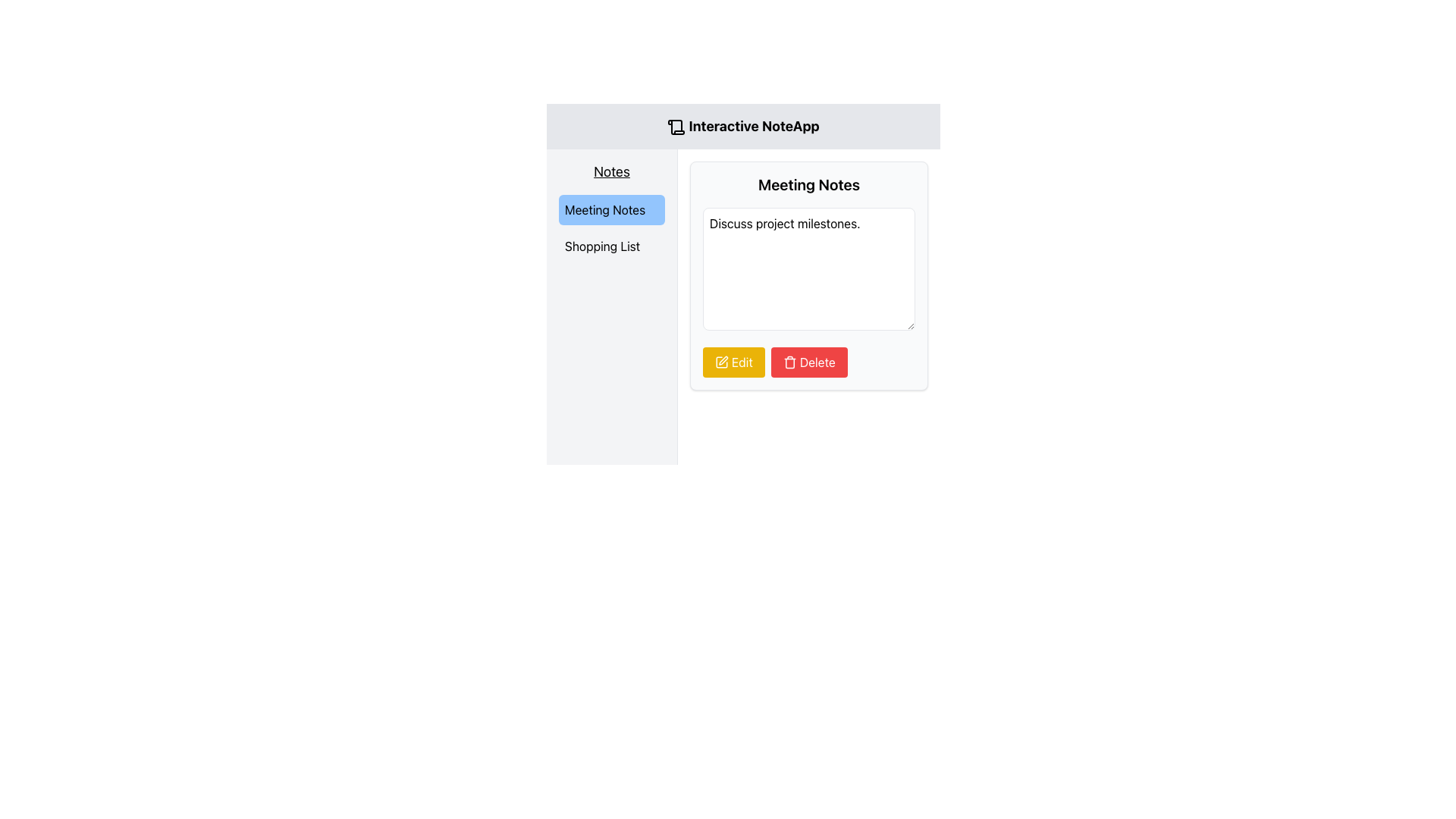 Image resolution: width=1456 pixels, height=819 pixels. Describe the element at coordinates (720, 362) in the screenshot. I see `the icon inside the yellow 'Edit' button located beneath the 'Meeting Notes' textbox` at that location.